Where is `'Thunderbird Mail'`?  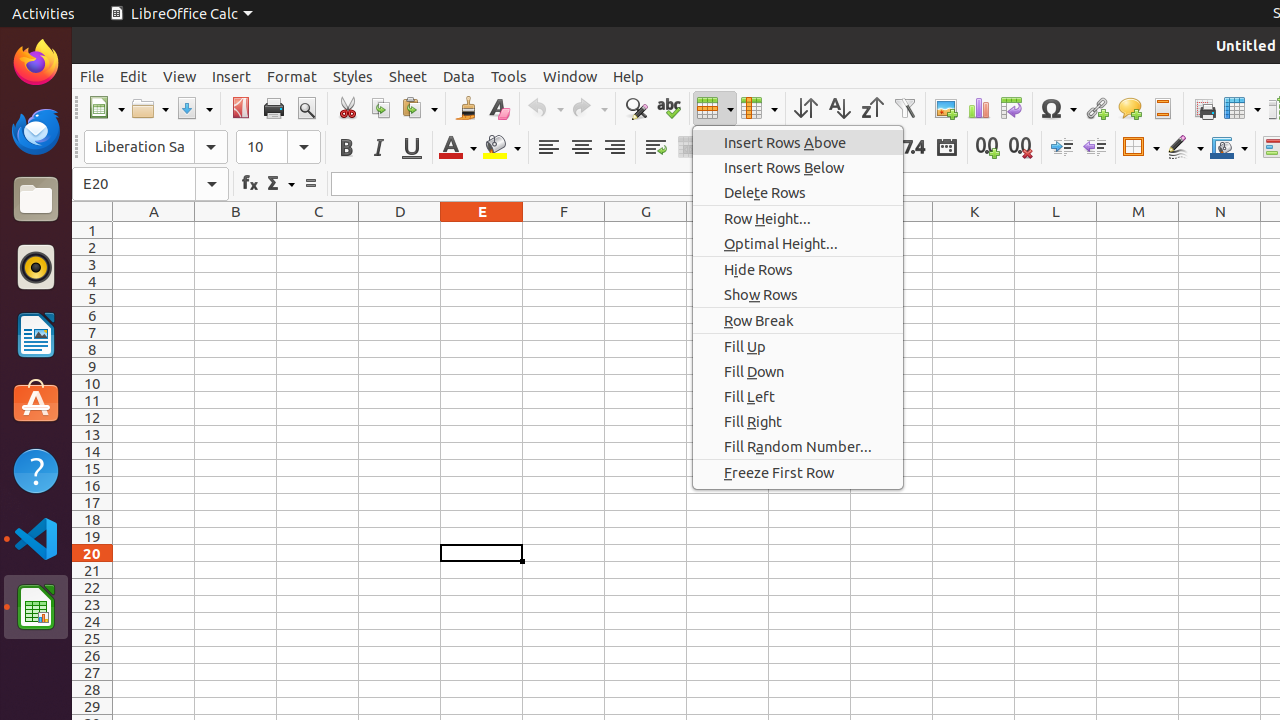
'Thunderbird Mail' is located at coordinates (35, 130).